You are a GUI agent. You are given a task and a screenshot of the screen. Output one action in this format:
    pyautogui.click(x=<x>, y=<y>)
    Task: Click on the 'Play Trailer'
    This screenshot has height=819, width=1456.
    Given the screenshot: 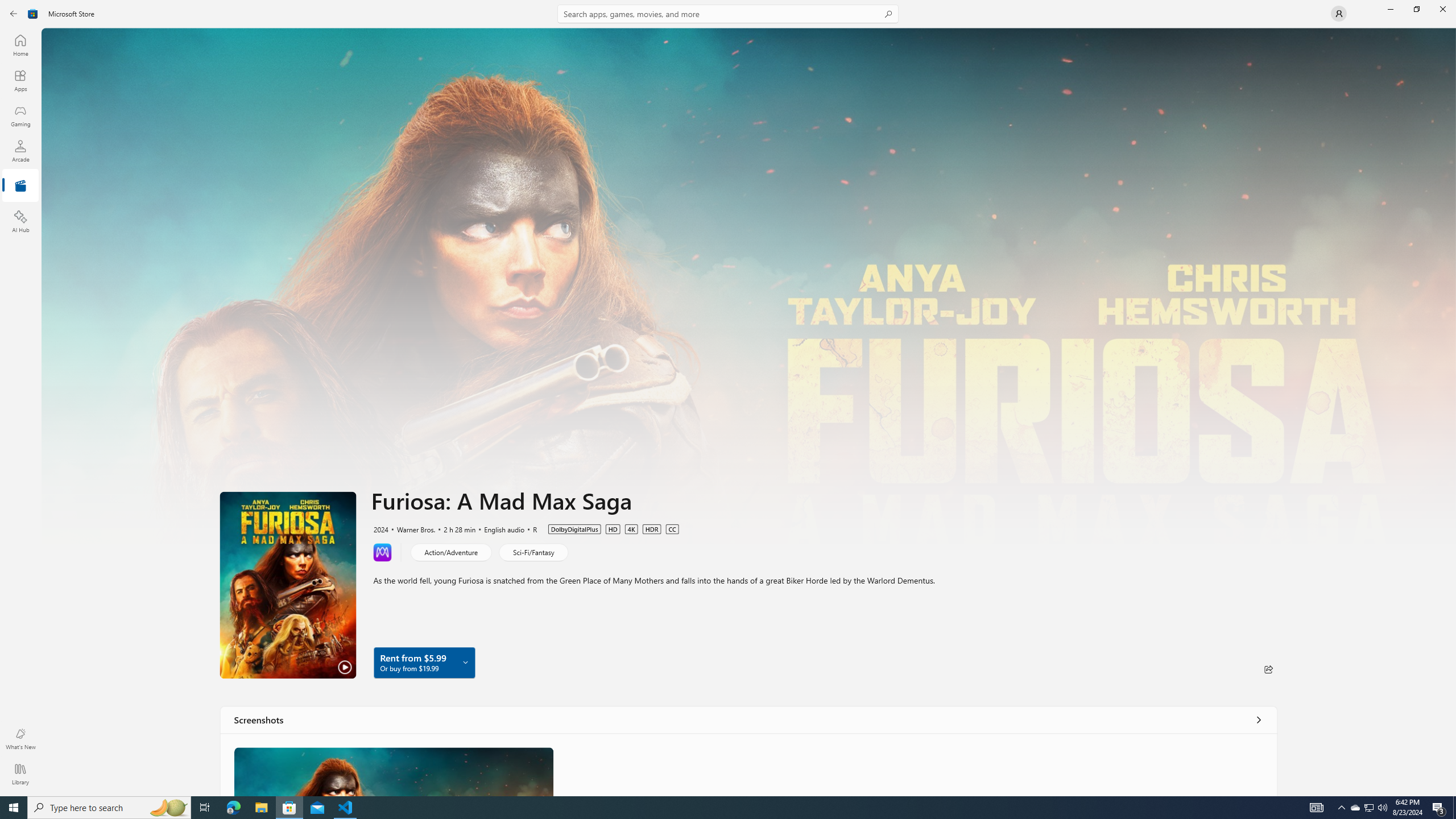 What is the action you would take?
    pyautogui.click(x=287, y=584)
    